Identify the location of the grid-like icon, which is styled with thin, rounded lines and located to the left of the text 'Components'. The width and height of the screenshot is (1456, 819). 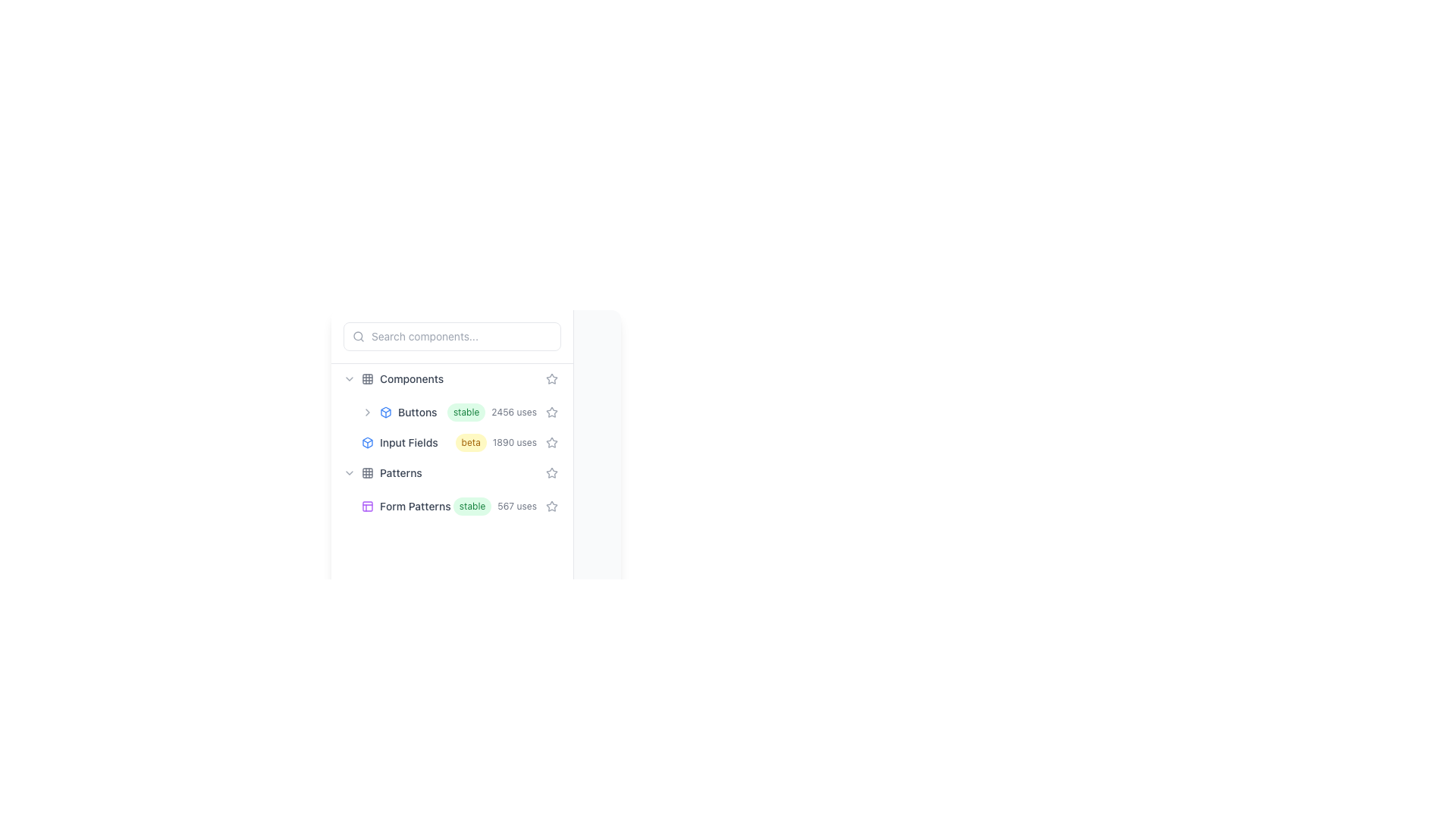
(367, 378).